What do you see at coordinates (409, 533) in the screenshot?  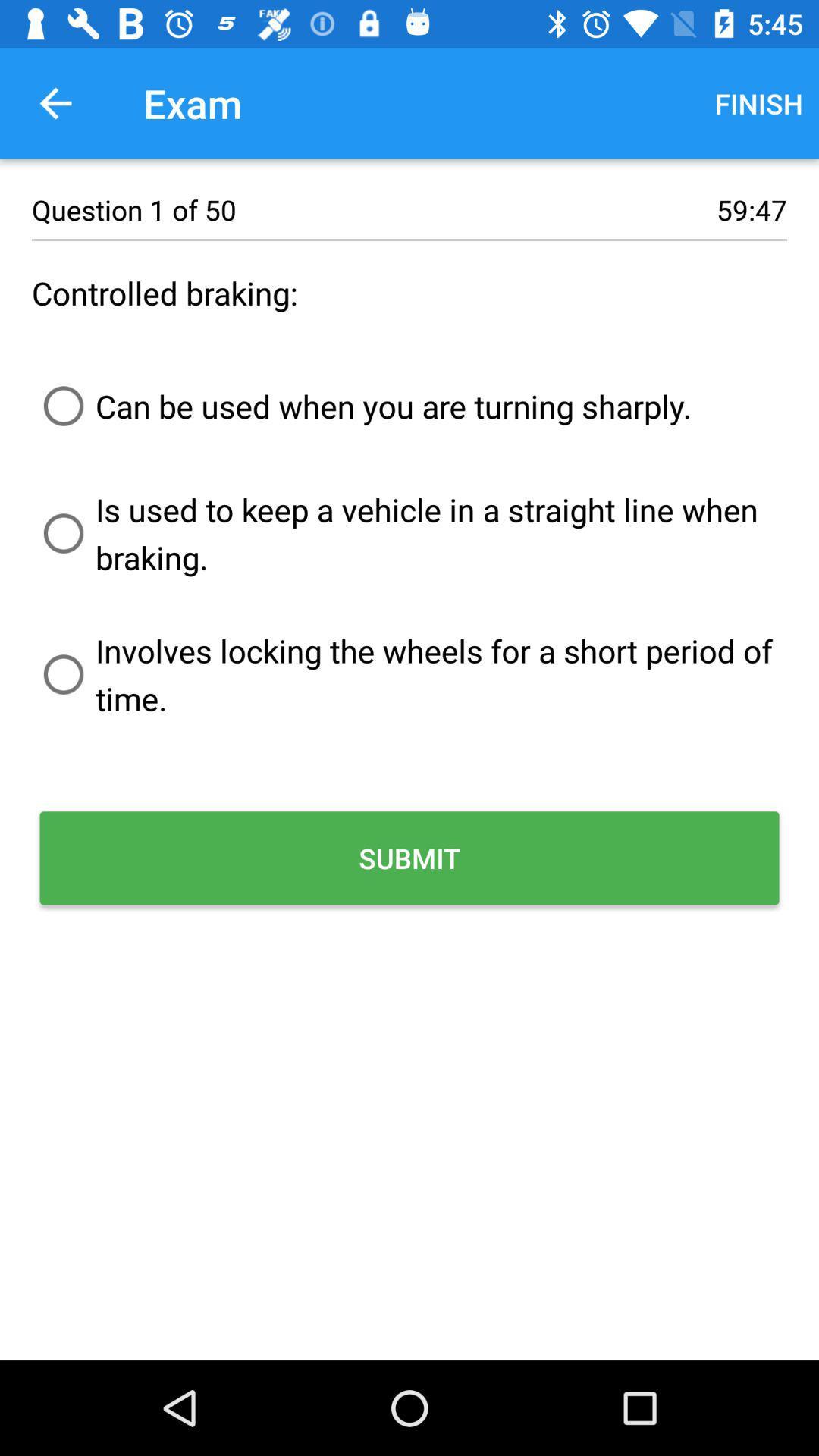 I see `the is used to` at bounding box center [409, 533].